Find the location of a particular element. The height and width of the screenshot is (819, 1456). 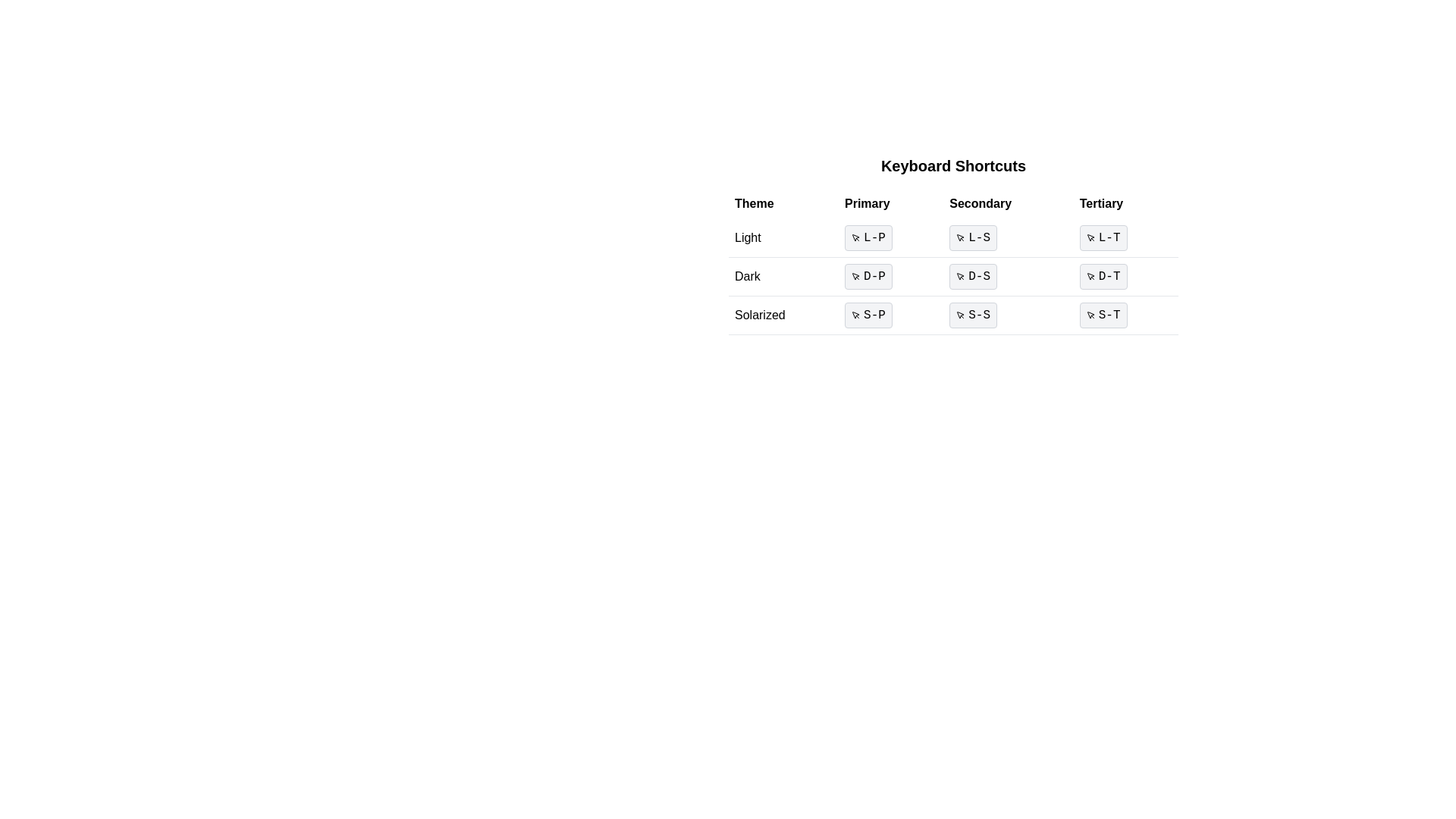

the 'S-S' button is located at coordinates (952, 315).